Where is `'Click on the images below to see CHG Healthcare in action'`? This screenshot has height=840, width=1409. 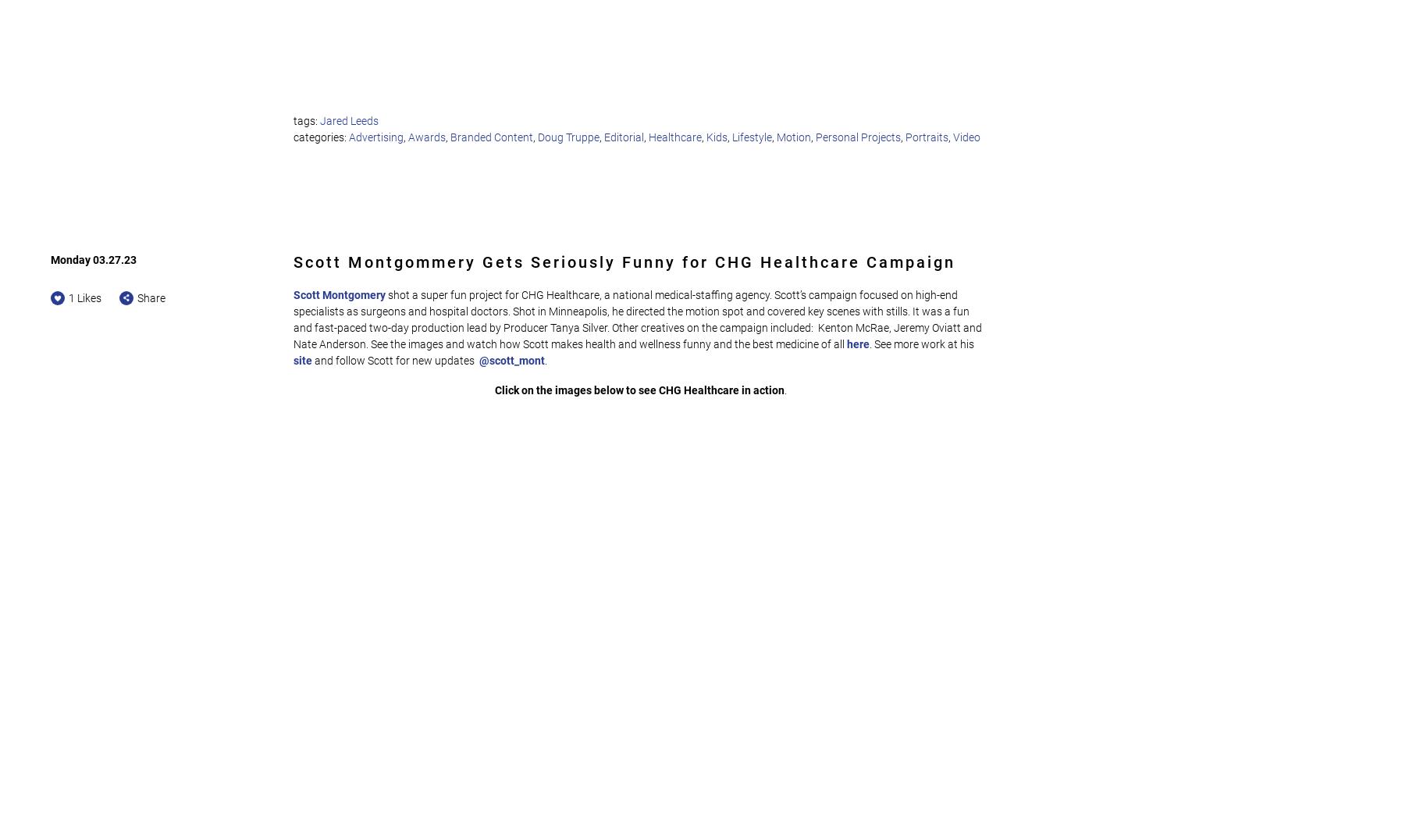 'Click on the images below to see CHG Healthcare in action' is located at coordinates (494, 390).